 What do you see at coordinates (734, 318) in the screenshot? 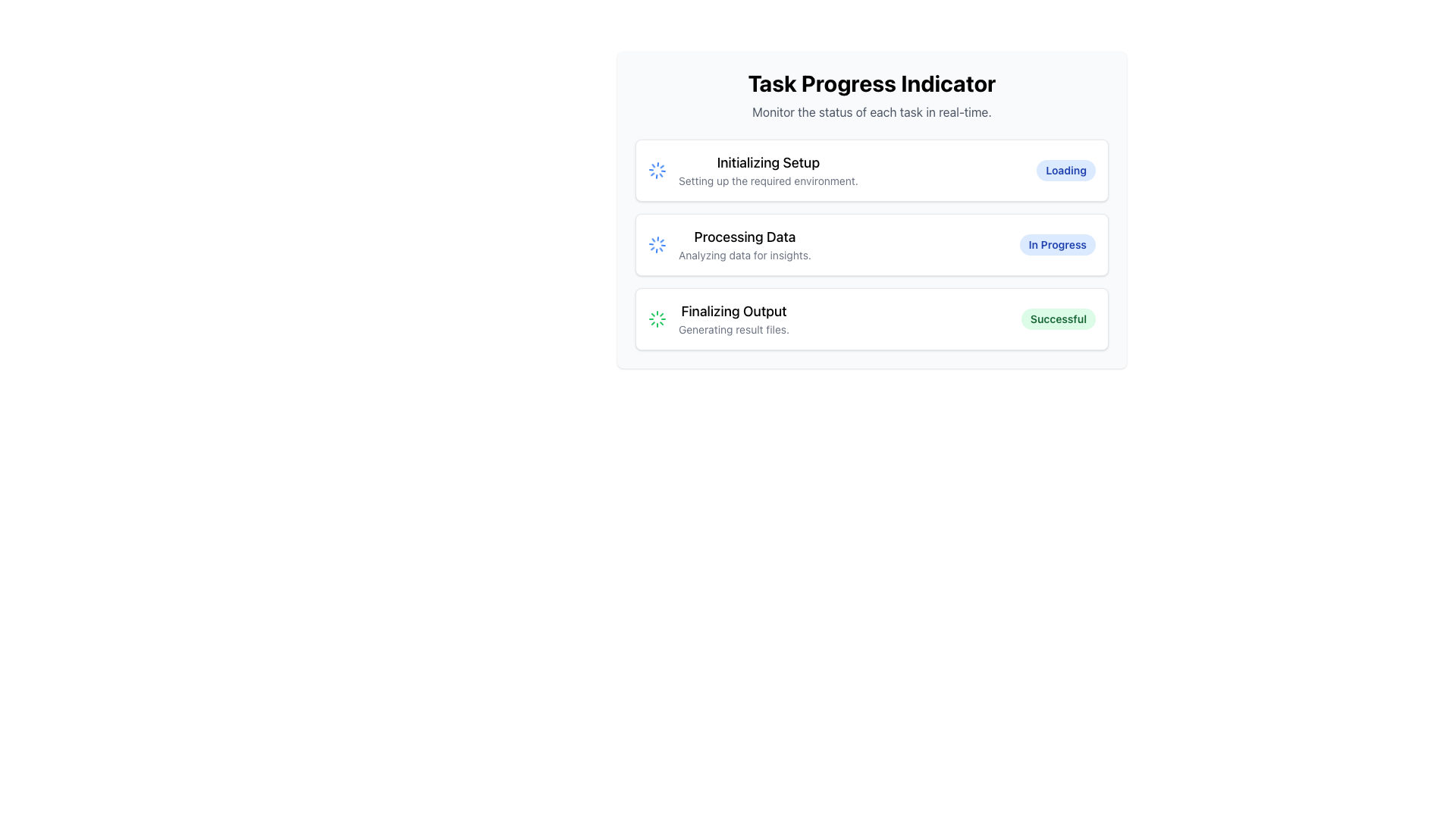
I see `the text block displaying 'Finalizing Output' which indicates the task status in the 'Task Progress Indicator' panel` at bounding box center [734, 318].